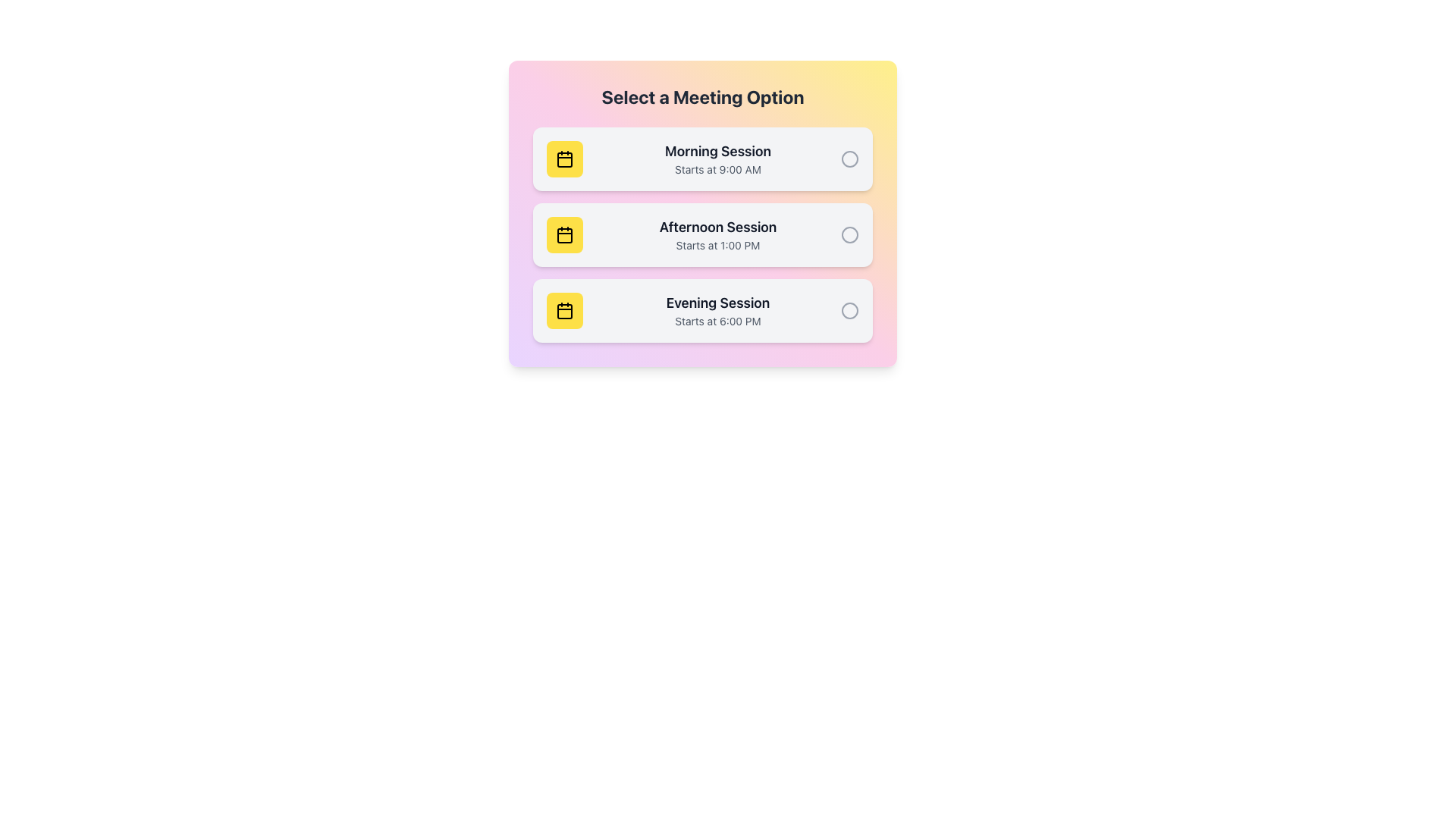 Image resolution: width=1456 pixels, height=819 pixels. I want to click on the static text label for the second meeting option, which is centrally aligned between 'Morning Session' above and 'Starts at 1:00 PM' below, so click(717, 227).